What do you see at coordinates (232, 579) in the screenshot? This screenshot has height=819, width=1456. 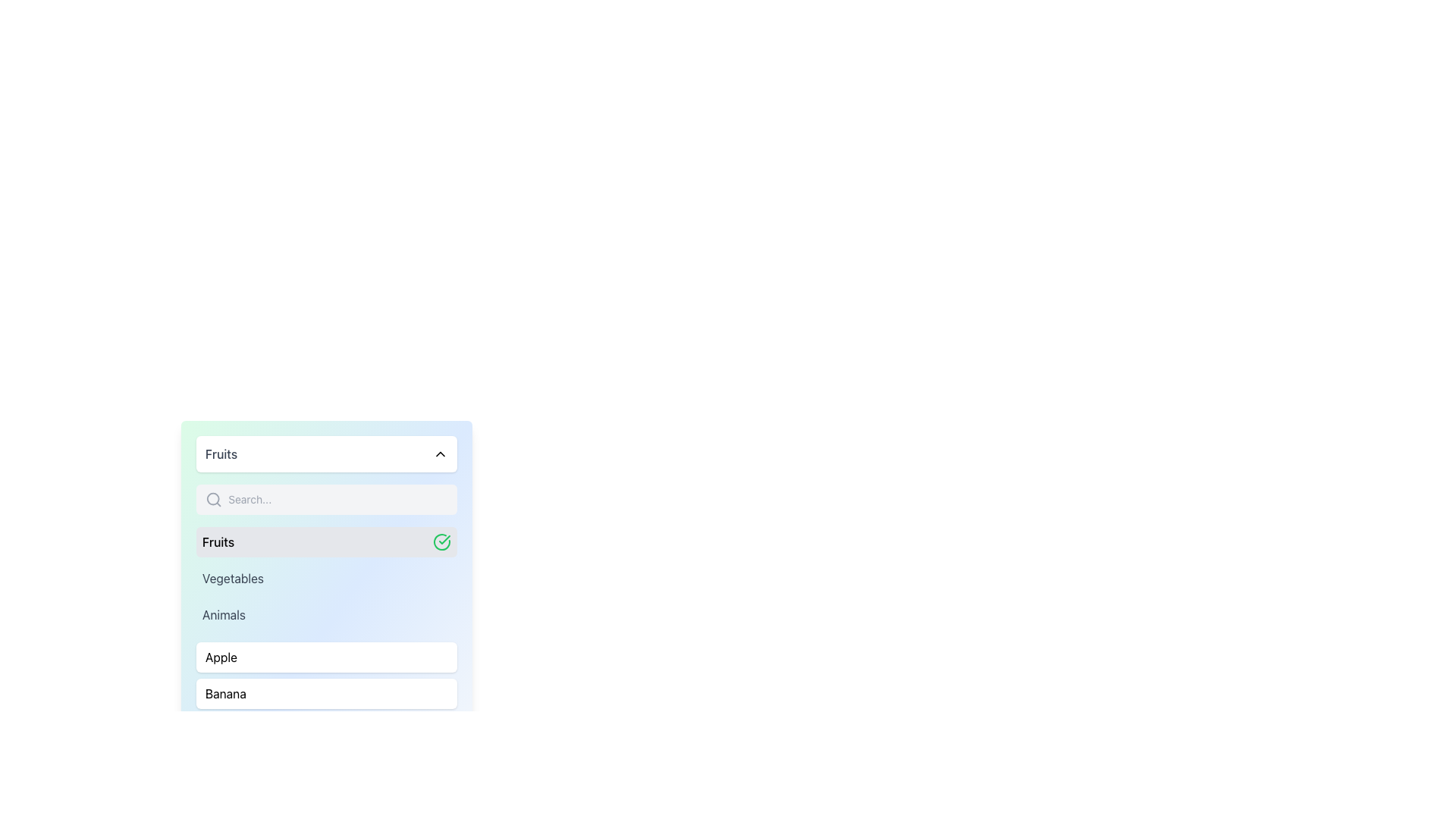 I see `the text label displaying 'Vegetables', which is styled in dark gray and located under the 'Fruits' section in the dropdown list` at bounding box center [232, 579].